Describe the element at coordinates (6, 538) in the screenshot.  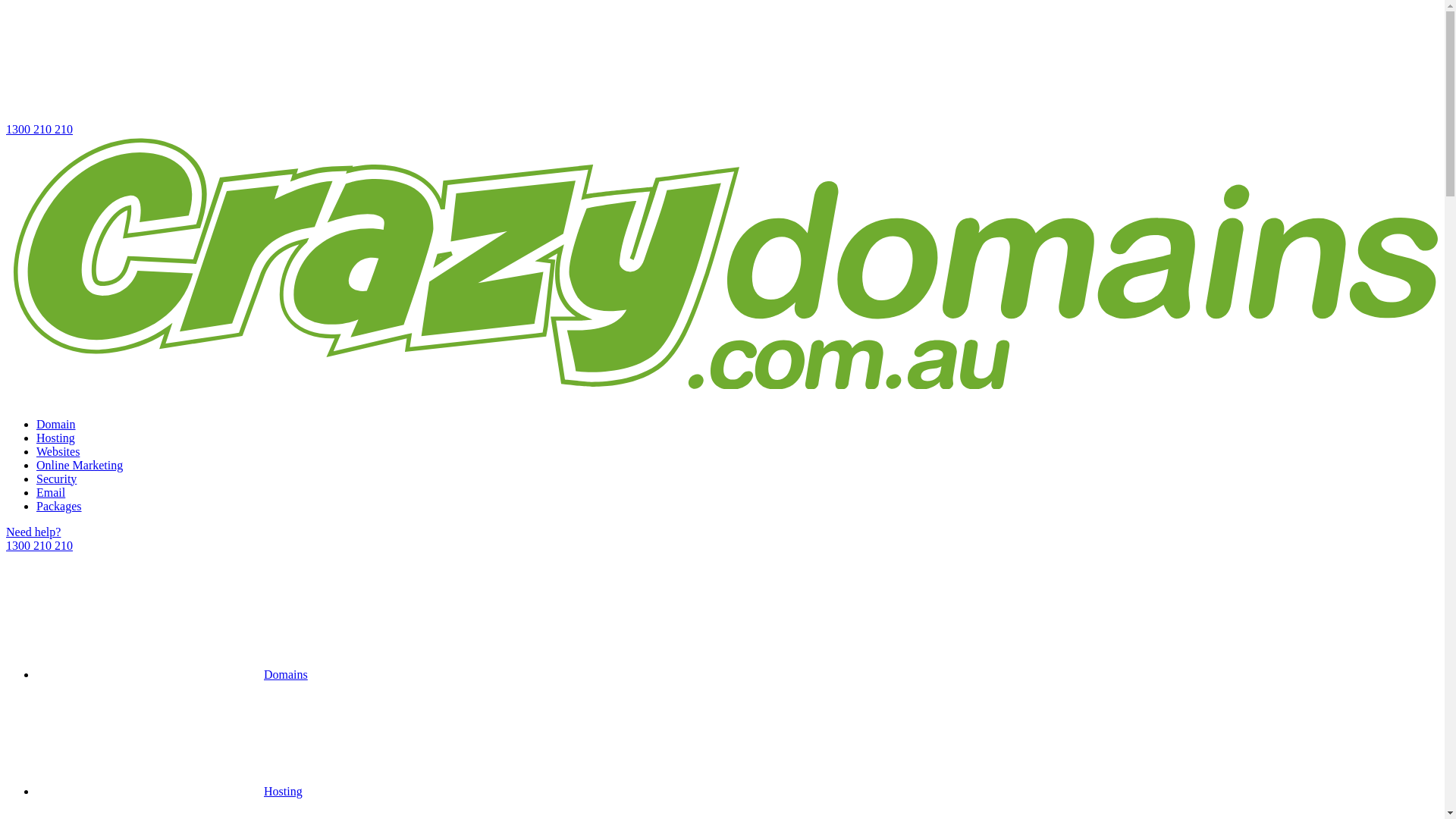
I see `'Need help?` at that location.